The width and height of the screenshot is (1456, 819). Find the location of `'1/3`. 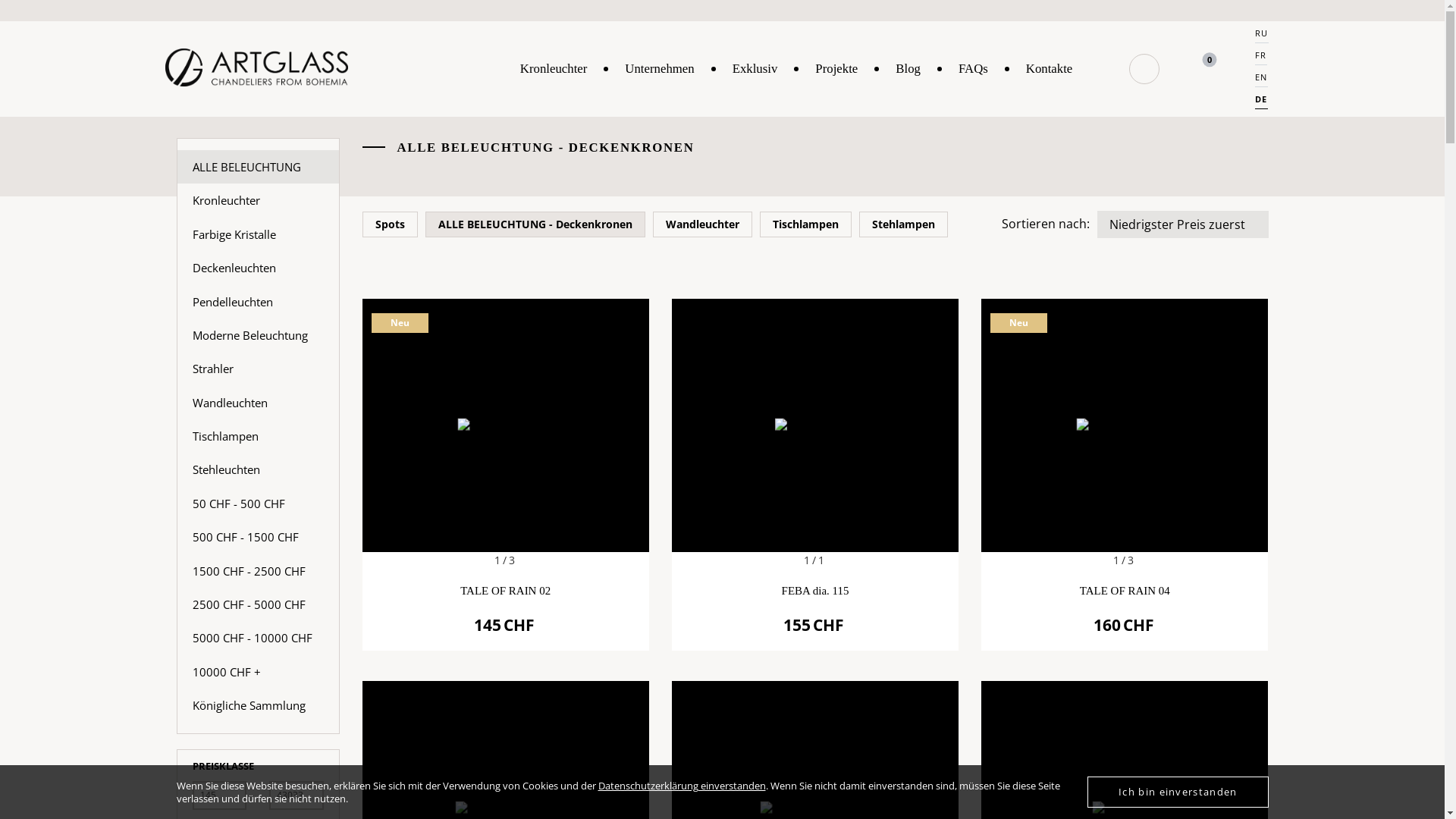

'1/3 is located at coordinates (506, 474).